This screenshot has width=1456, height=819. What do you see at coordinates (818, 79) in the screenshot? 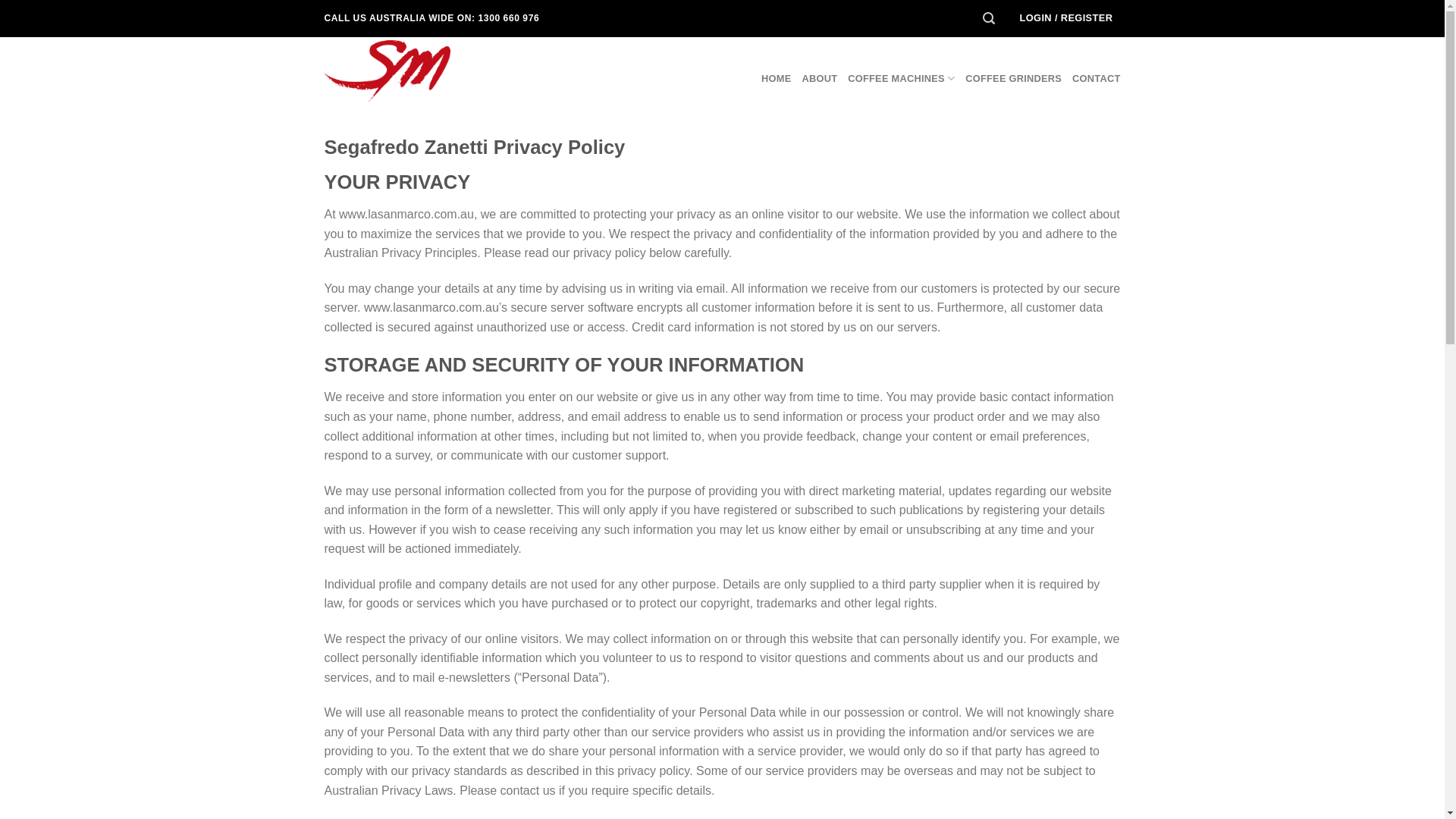
I see `'ABOUT'` at bounding box center [818, 79].